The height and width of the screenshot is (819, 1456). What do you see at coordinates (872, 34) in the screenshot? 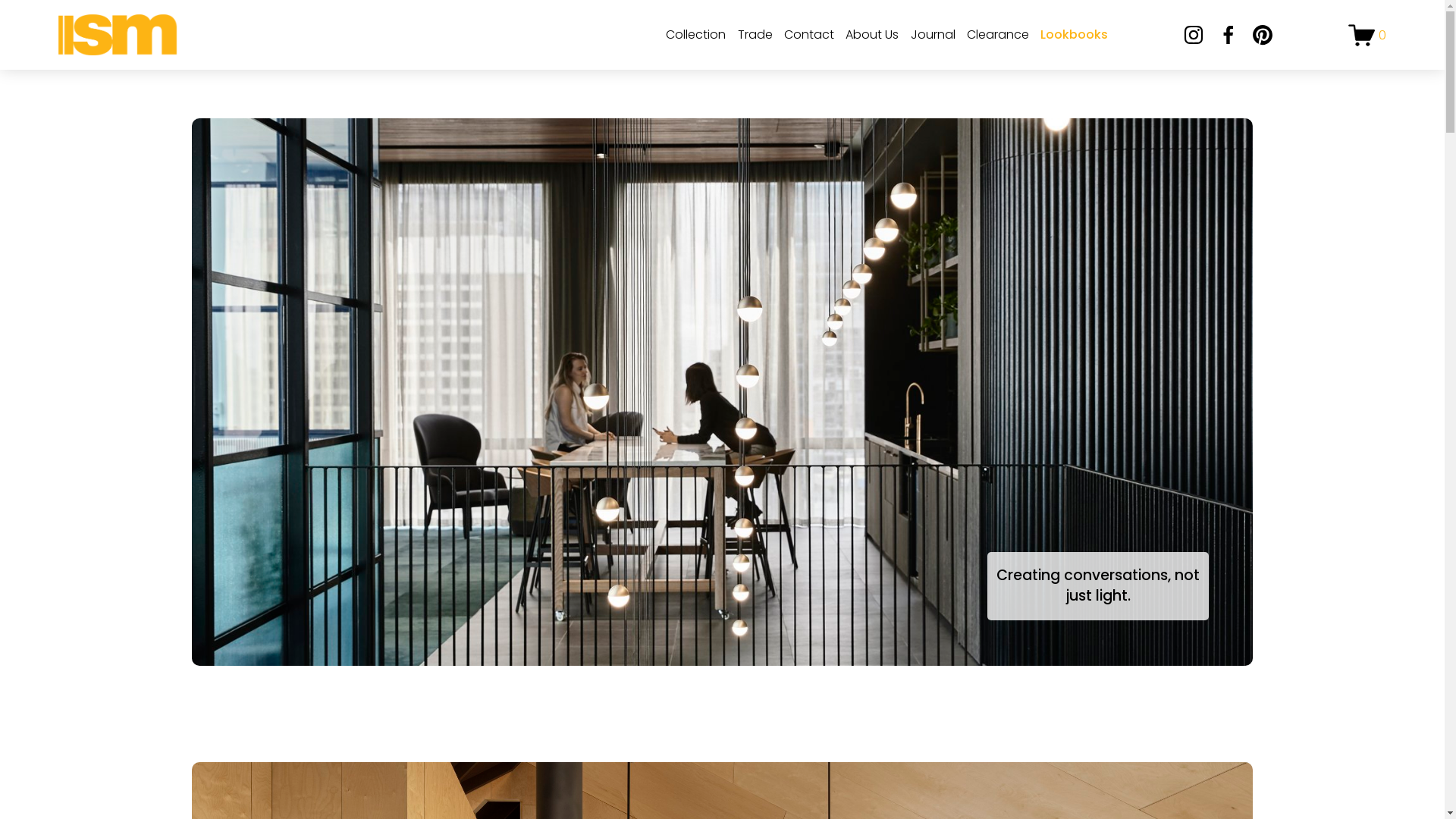
I see `'About Us'` at bounding box center [872, 34].